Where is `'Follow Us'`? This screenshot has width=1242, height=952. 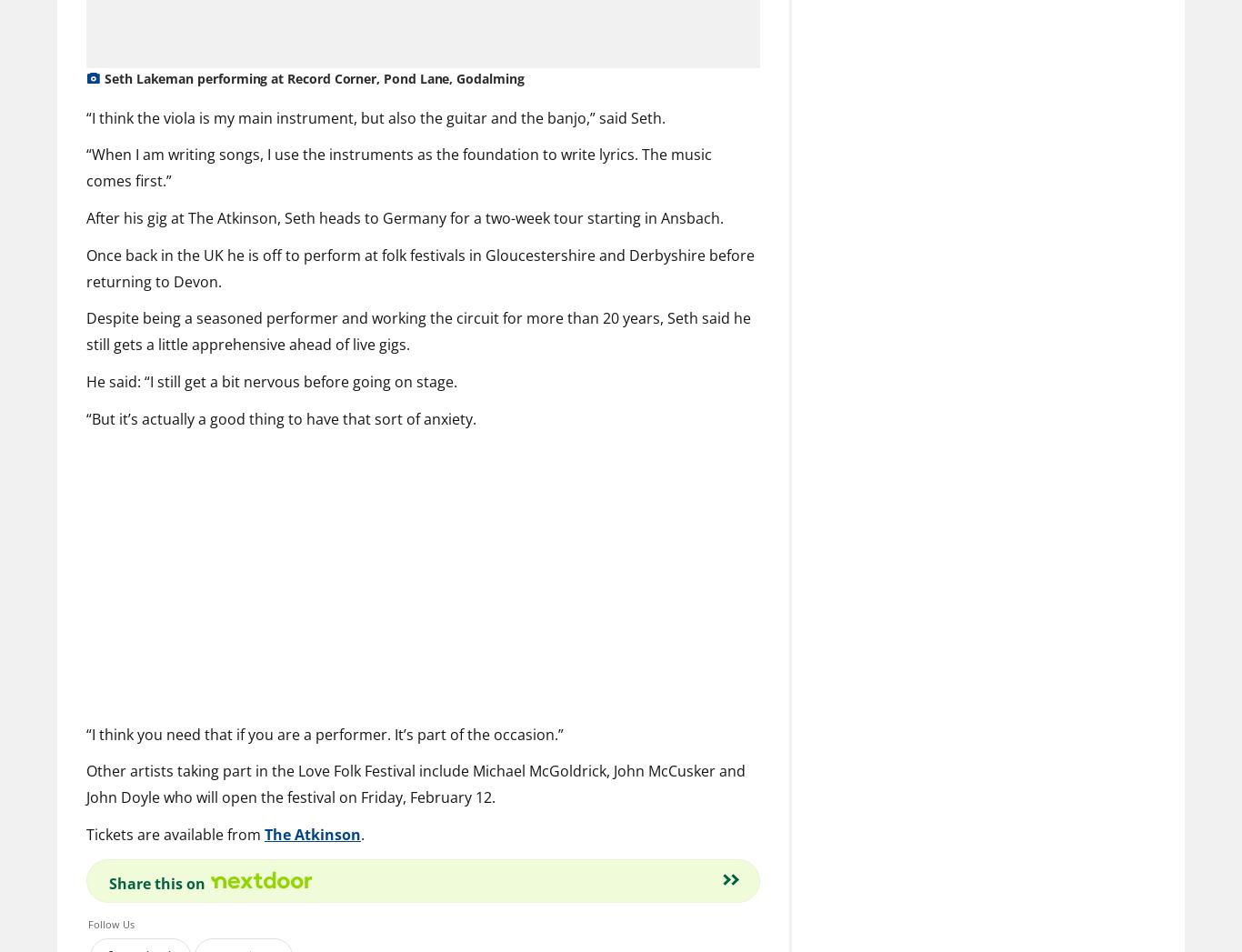 'Follow Us' is located at coordinates (110, 923).